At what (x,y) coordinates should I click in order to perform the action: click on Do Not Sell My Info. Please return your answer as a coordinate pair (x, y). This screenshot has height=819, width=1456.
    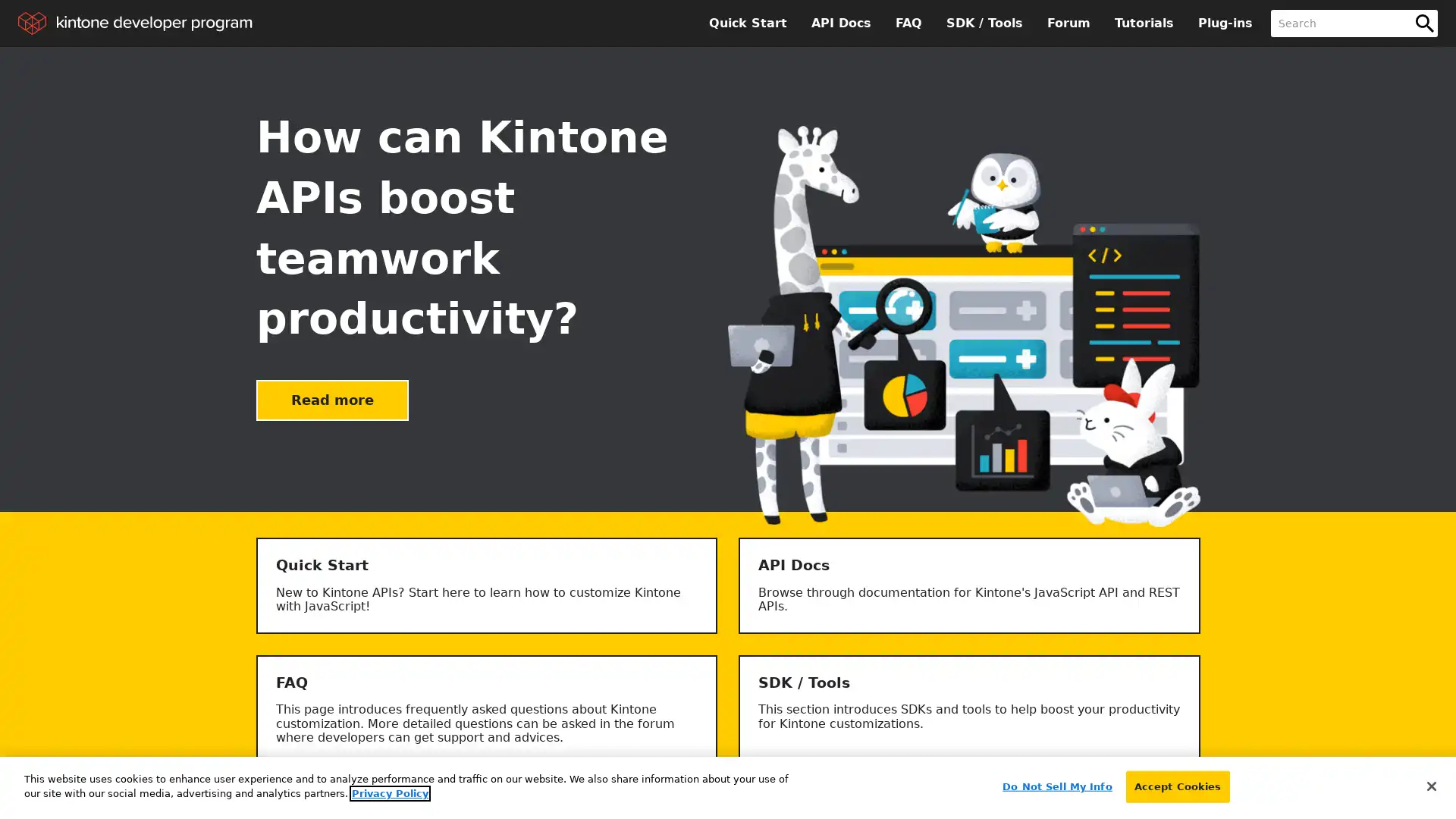
    Looking at the image, I should click on (1056, 786).